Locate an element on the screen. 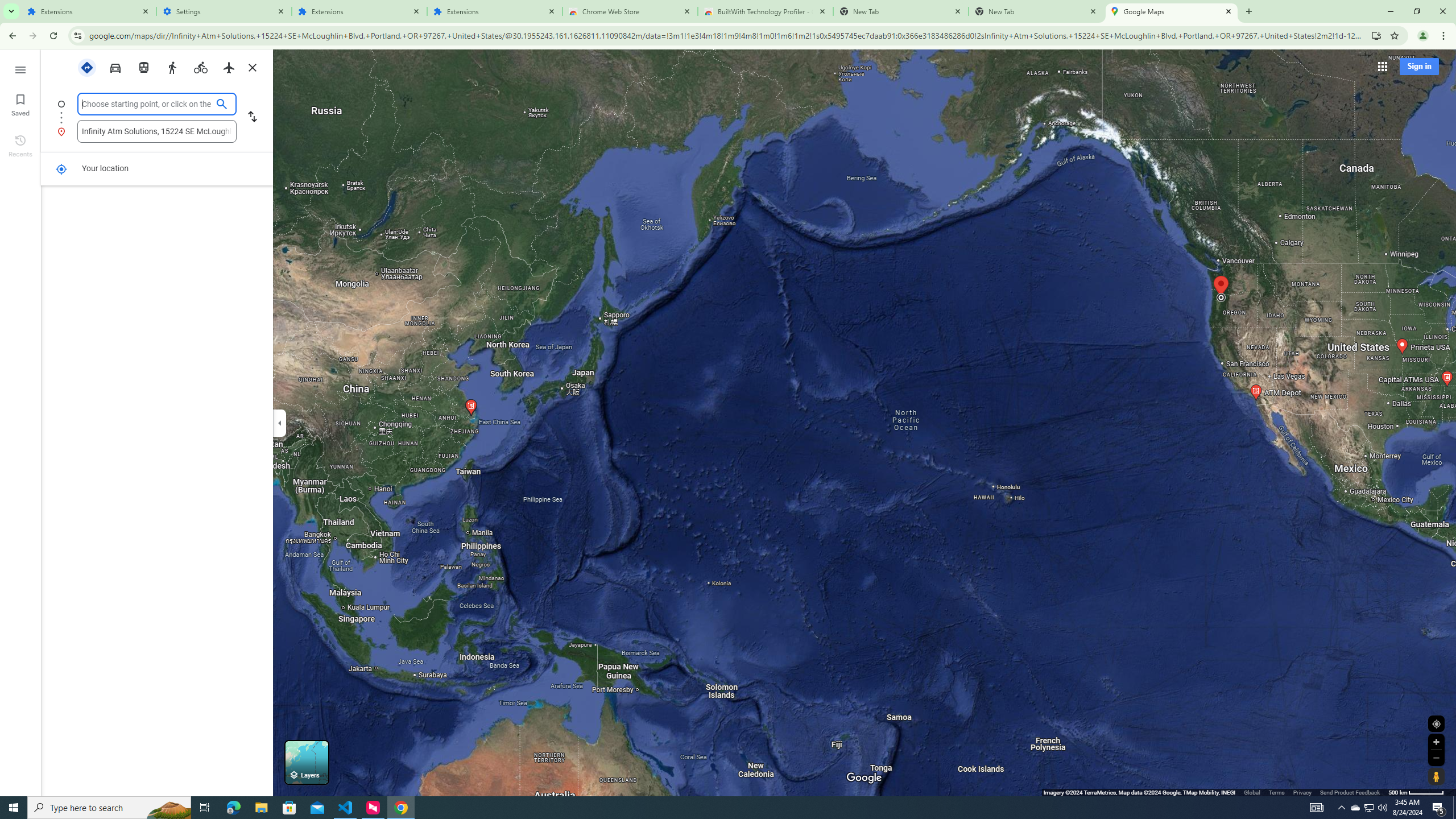 The image size is (1456, 819). 'You' is located at coordinates (1423, 35).